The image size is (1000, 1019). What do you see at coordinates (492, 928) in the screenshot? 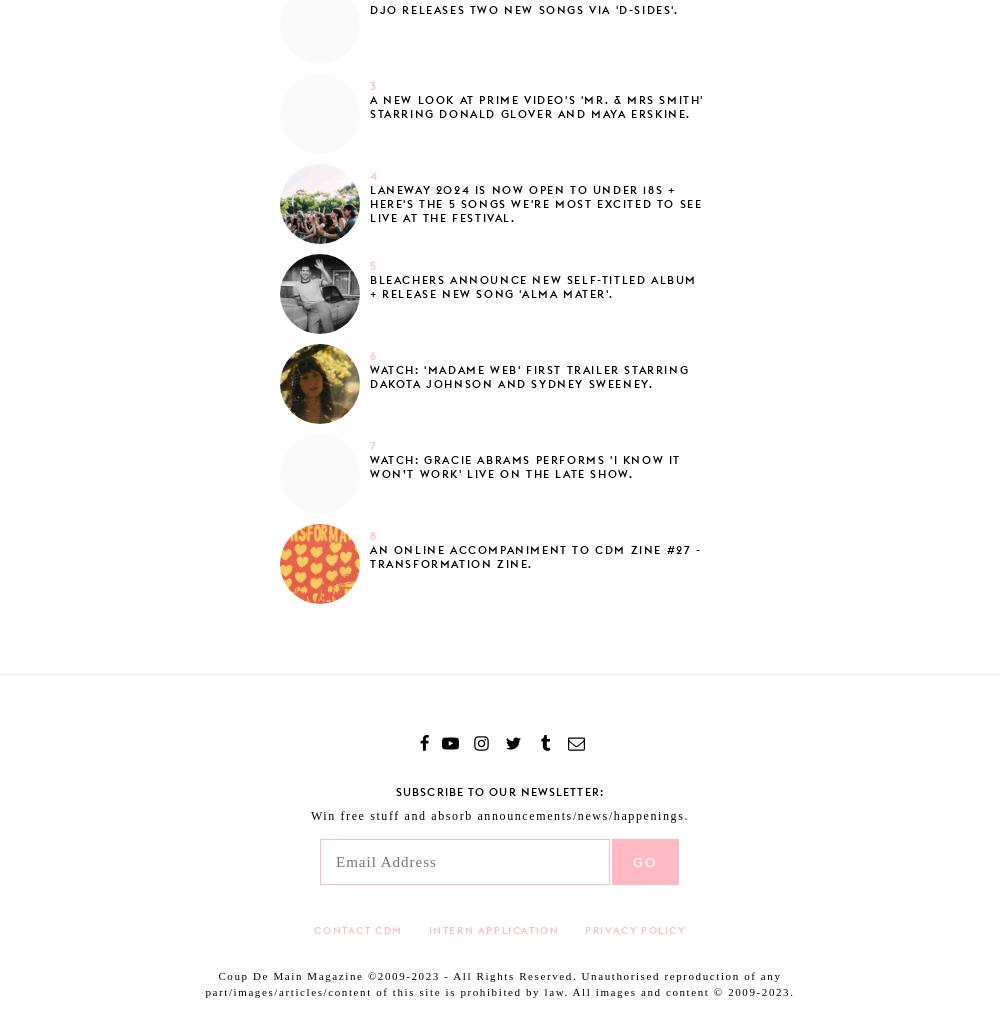
I see `'intern application'` at bounding box center [492, 928].